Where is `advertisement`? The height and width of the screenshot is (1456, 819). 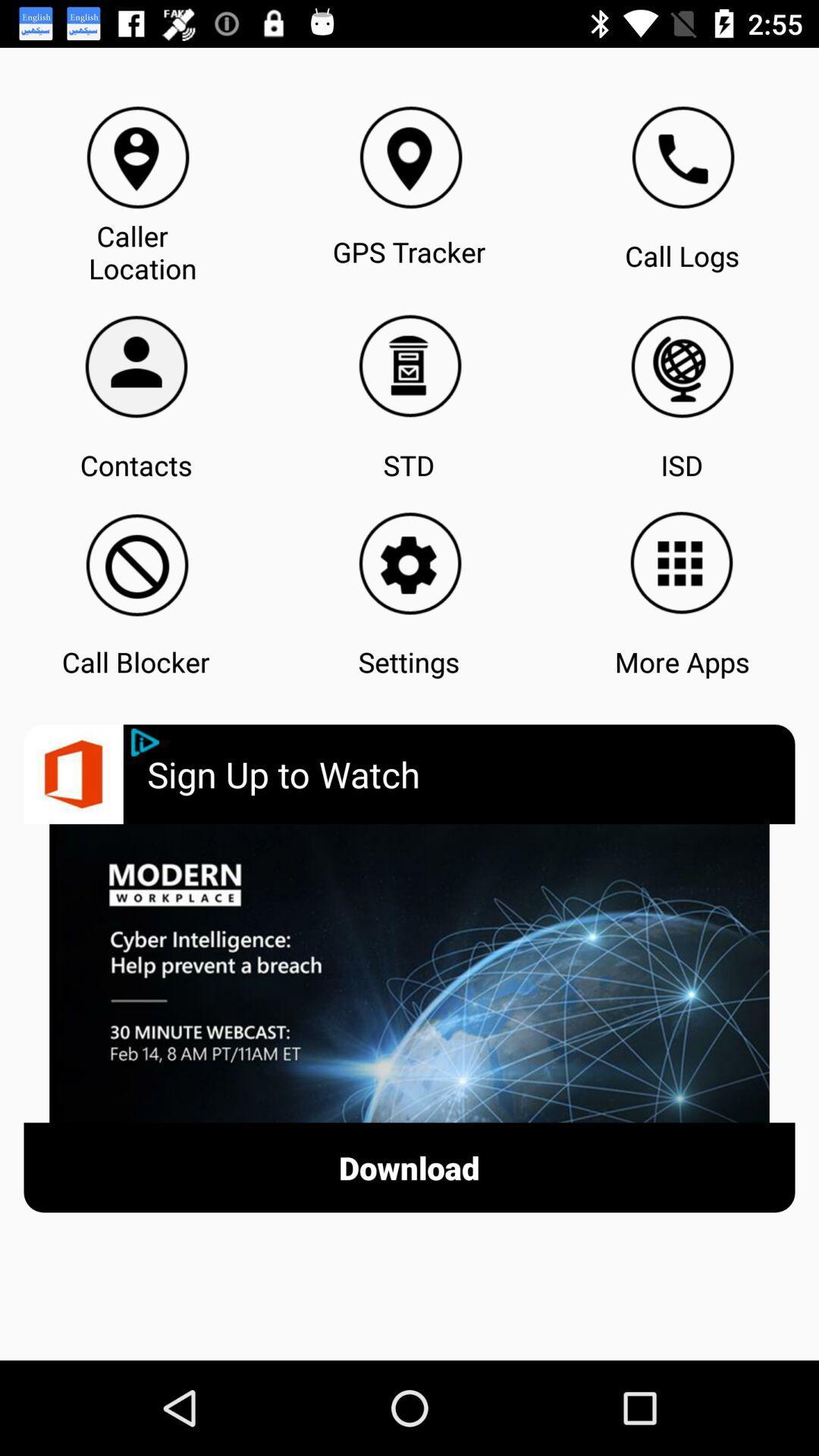 advertisement is located at coordinates (145, 742).